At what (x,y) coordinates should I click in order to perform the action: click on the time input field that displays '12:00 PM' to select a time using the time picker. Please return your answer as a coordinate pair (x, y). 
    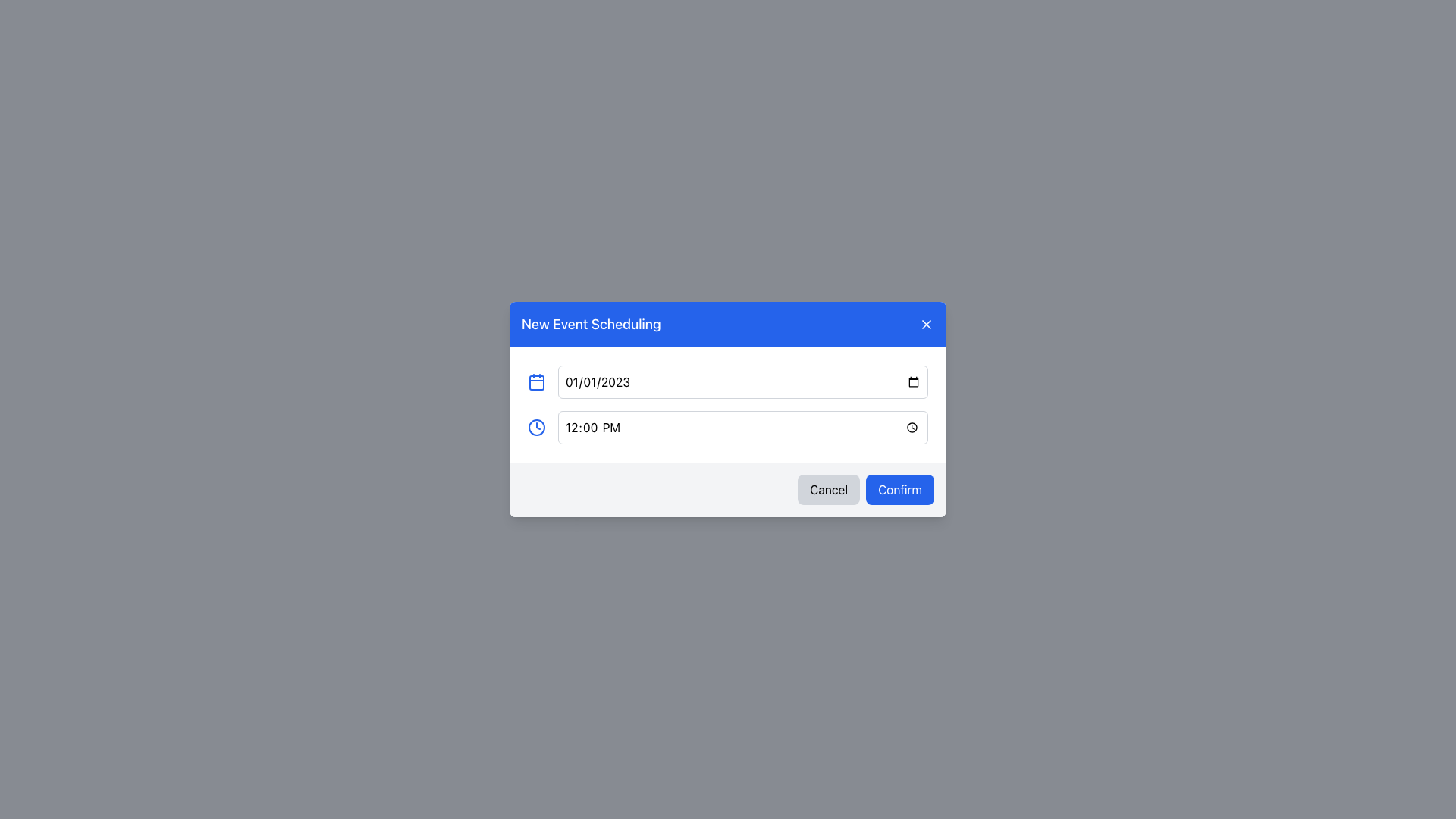
    Looking at the image, I should click on (742, 427).